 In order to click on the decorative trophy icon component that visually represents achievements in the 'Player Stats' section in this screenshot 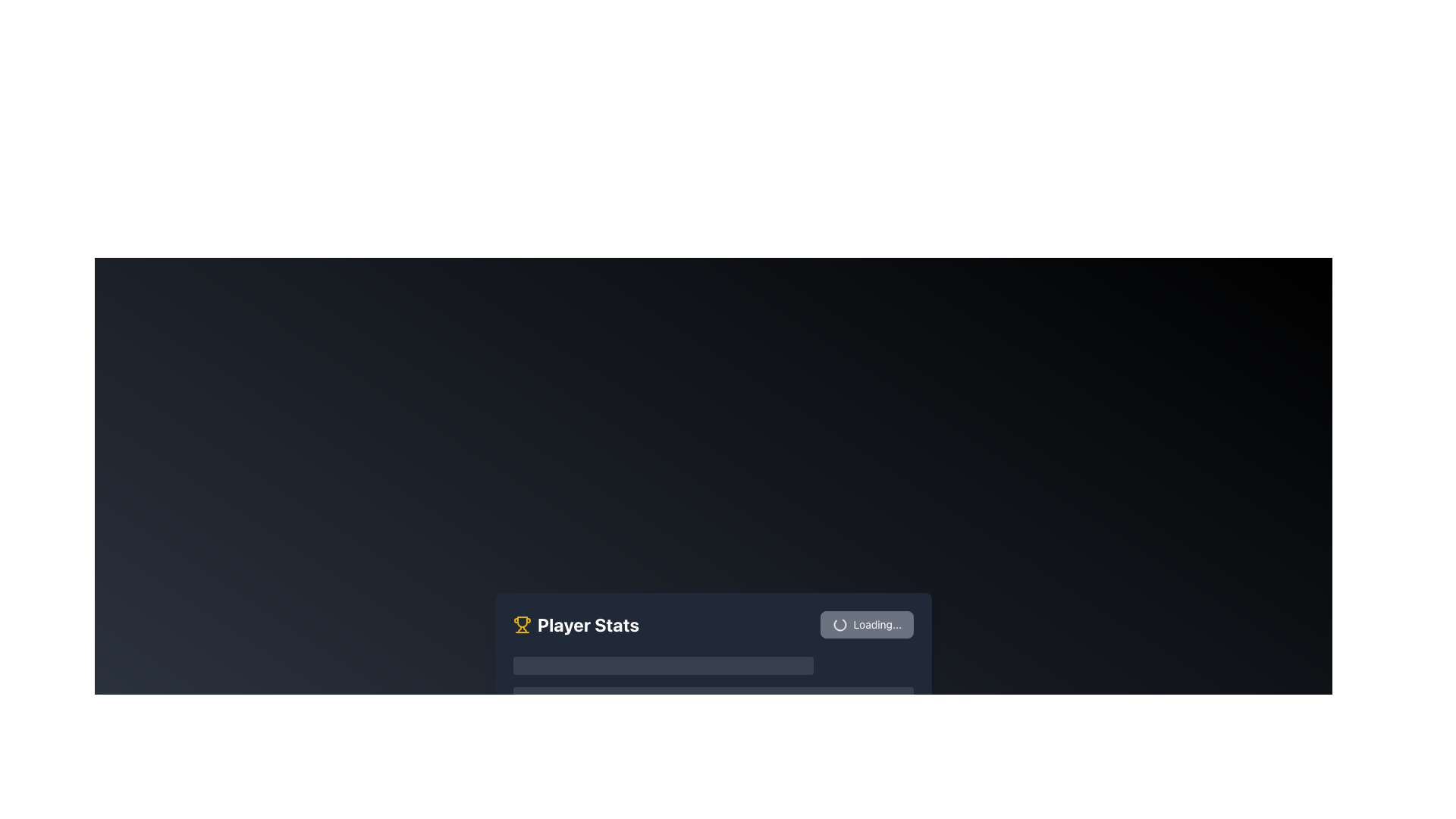, I will do `click(522, 622)`.